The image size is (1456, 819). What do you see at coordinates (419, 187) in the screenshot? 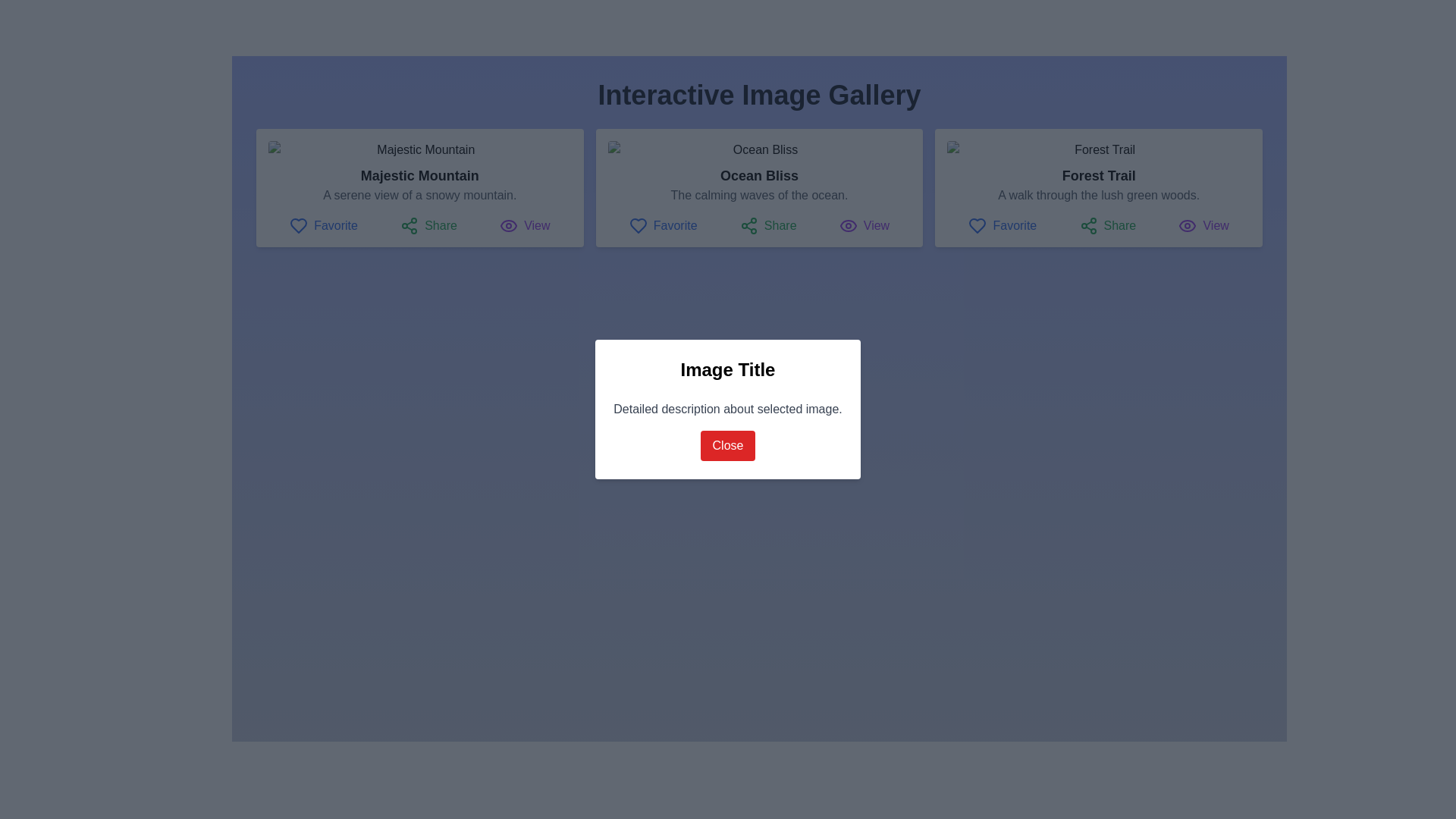
I see `the first Interactive Card in the grid layout, which has a white background, rounded corners, and contains buttons labeled 'Favorite', 'Share', and 'View'` at bounding box center [419, 187].